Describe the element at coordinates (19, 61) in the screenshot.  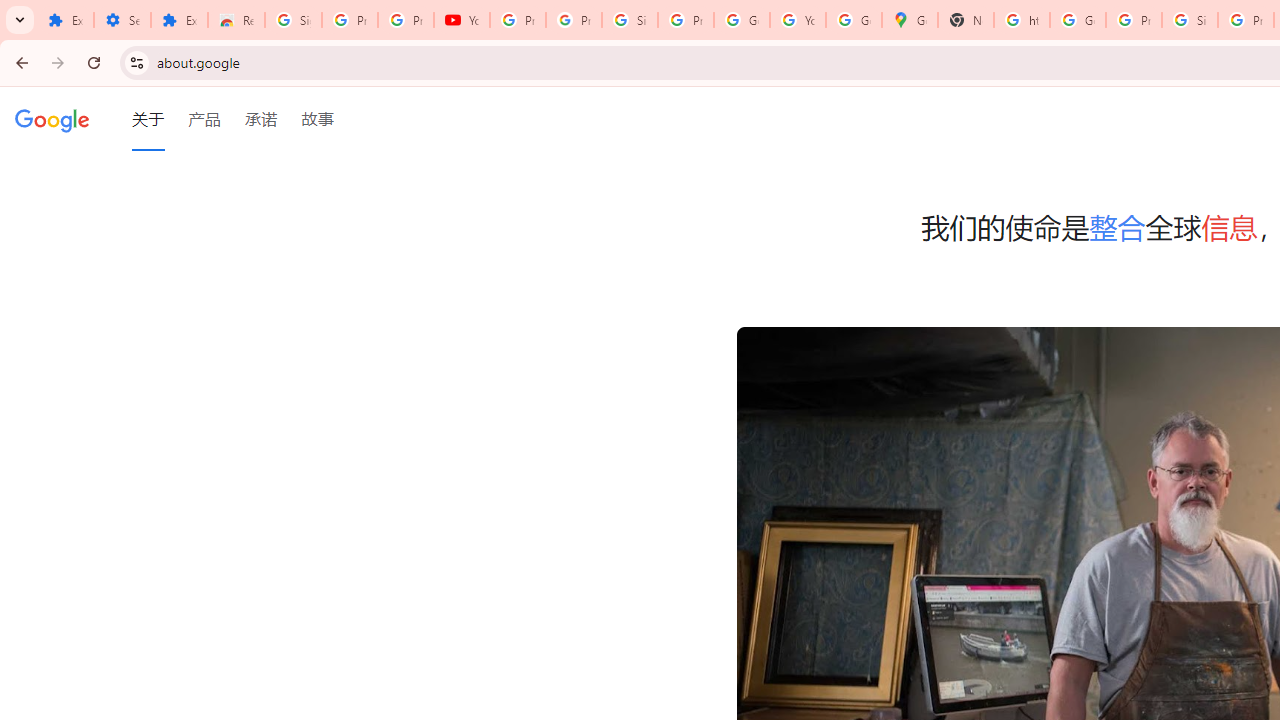
I see `'Back'` at that location.